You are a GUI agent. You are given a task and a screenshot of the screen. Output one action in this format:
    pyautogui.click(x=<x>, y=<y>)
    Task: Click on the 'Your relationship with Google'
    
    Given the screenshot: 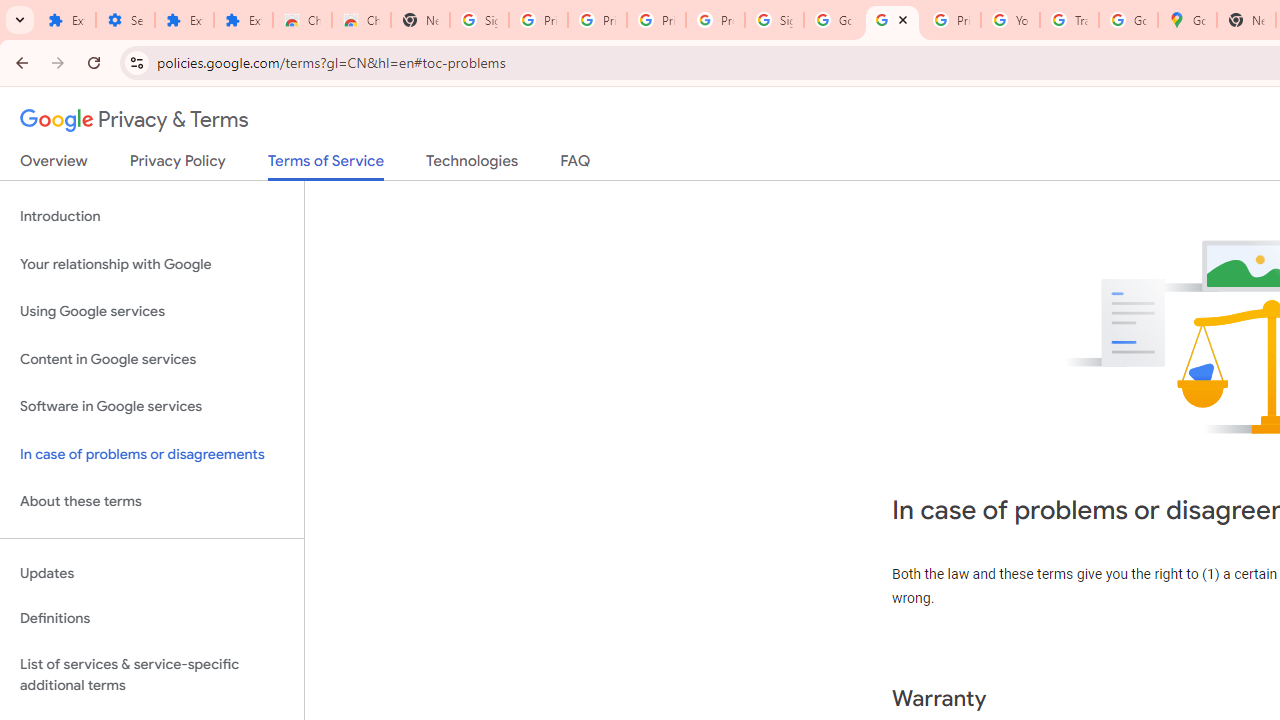 What is the action you would take?
    pyautogui.click(x=151, y=263)
    